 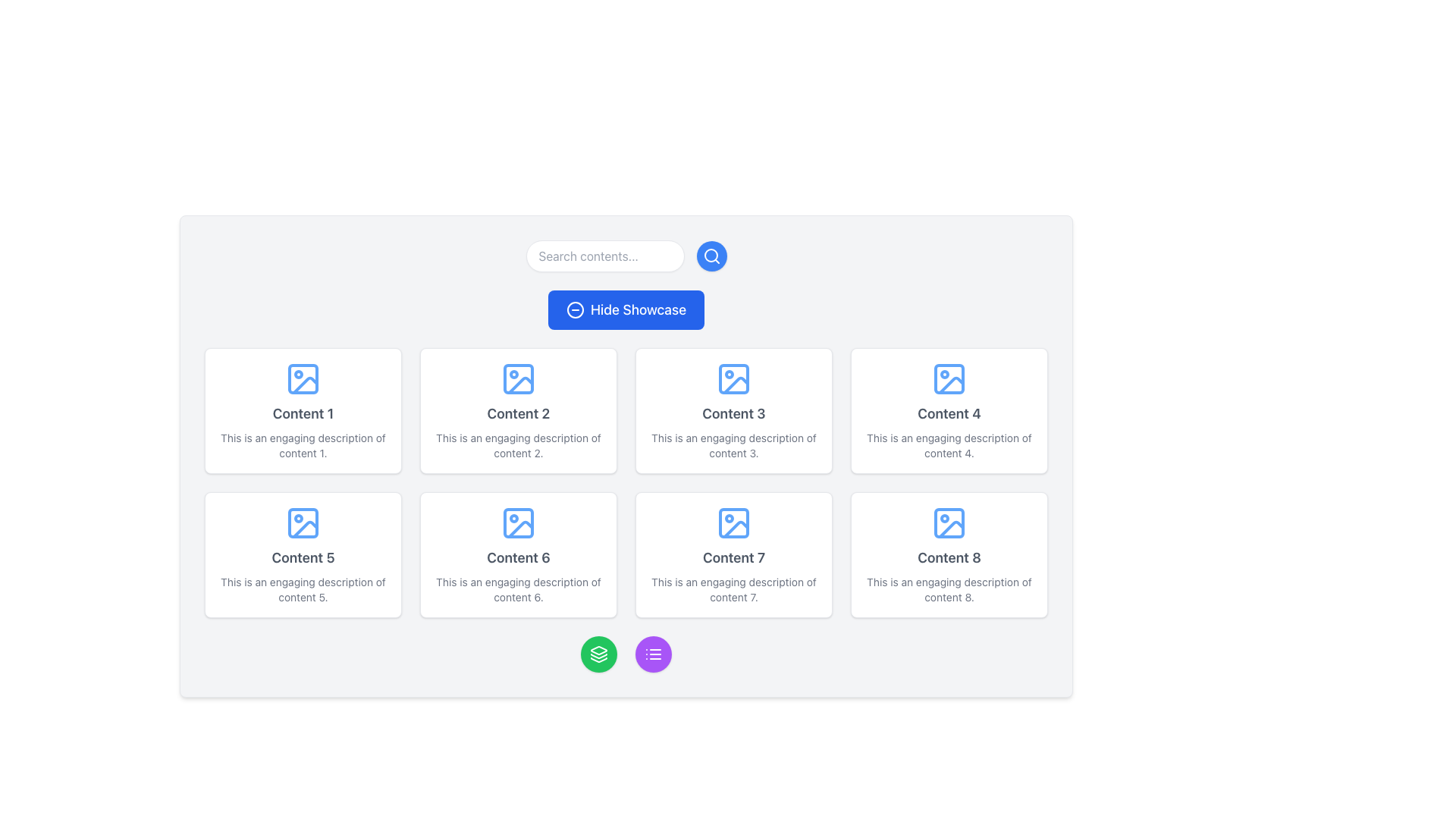 I want to click on the button located centrally below the search bar, so click(x=626, y=309).